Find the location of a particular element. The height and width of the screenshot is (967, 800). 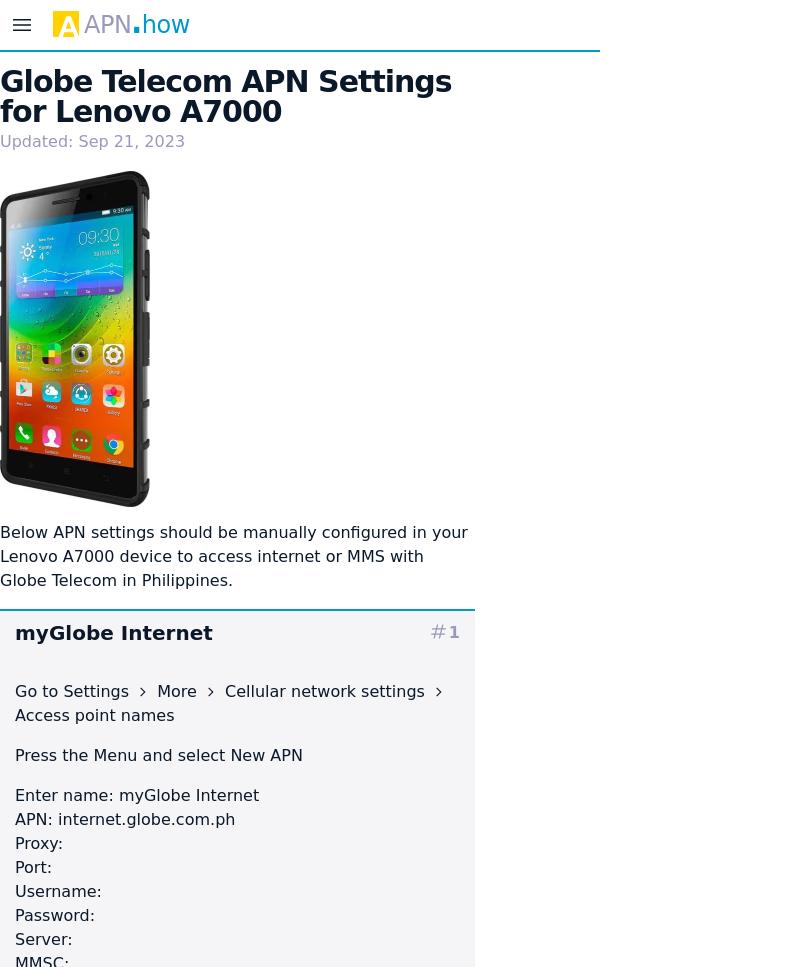

'APN:' is located at coordinates (35, 817).